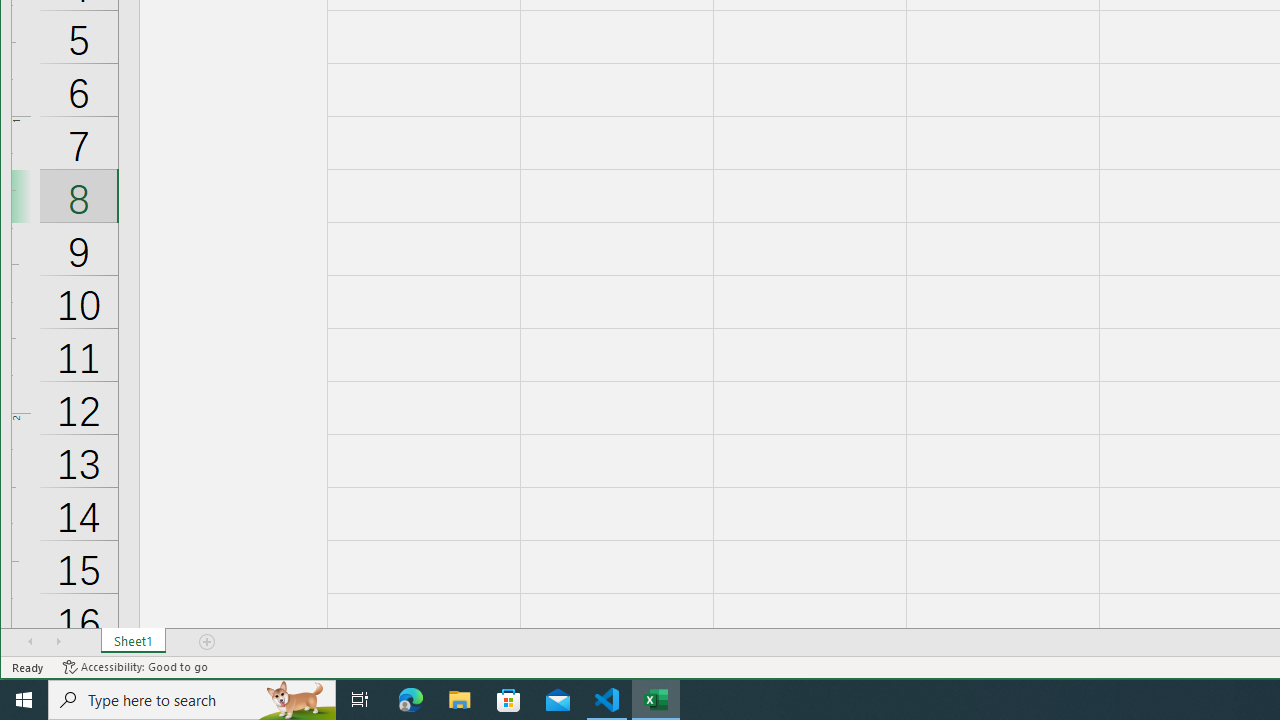  I want to click on 'Accessibility Checker Accessibility: Good to go', so click(134, 667).